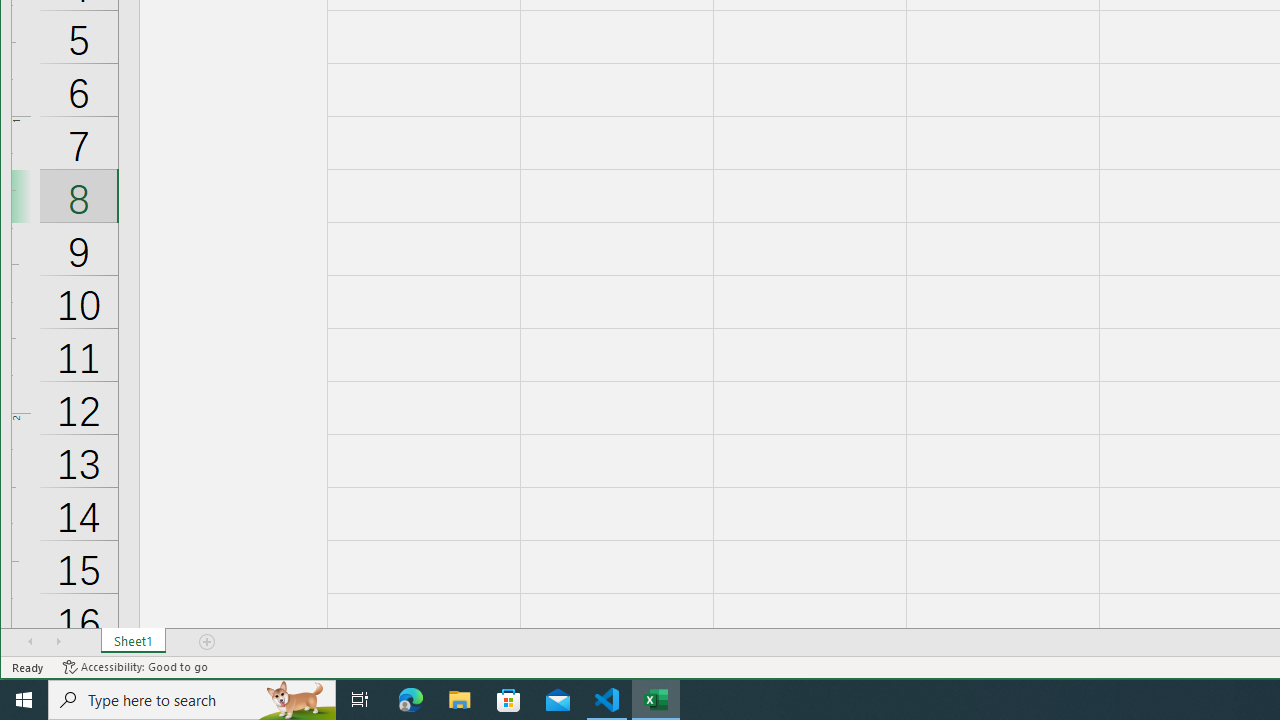  I want to click on 'Accessibility Checker Accessibility: Good to go', so click(134, 667).